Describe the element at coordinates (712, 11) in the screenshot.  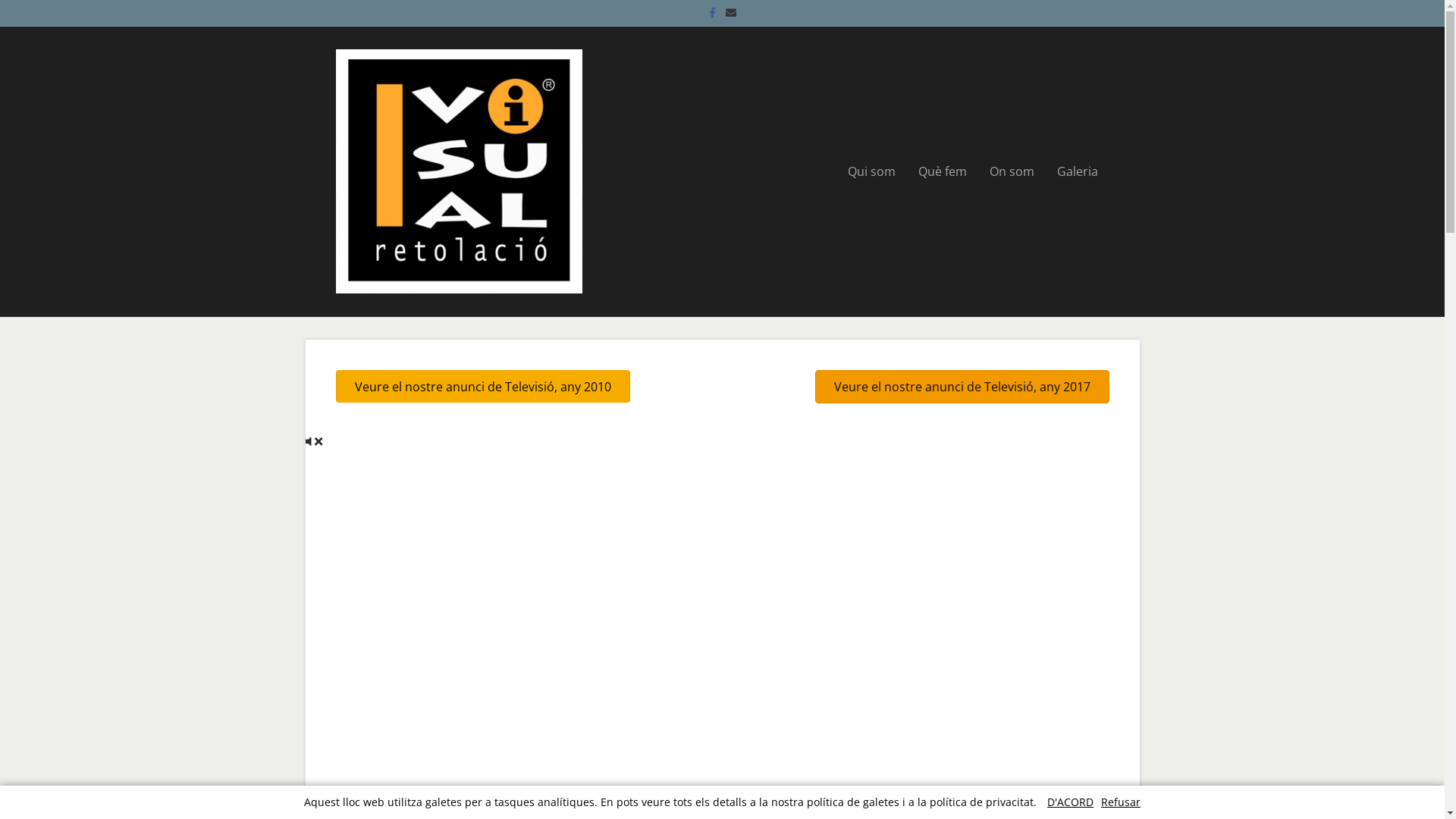
I see `'Facebook'` at that location.